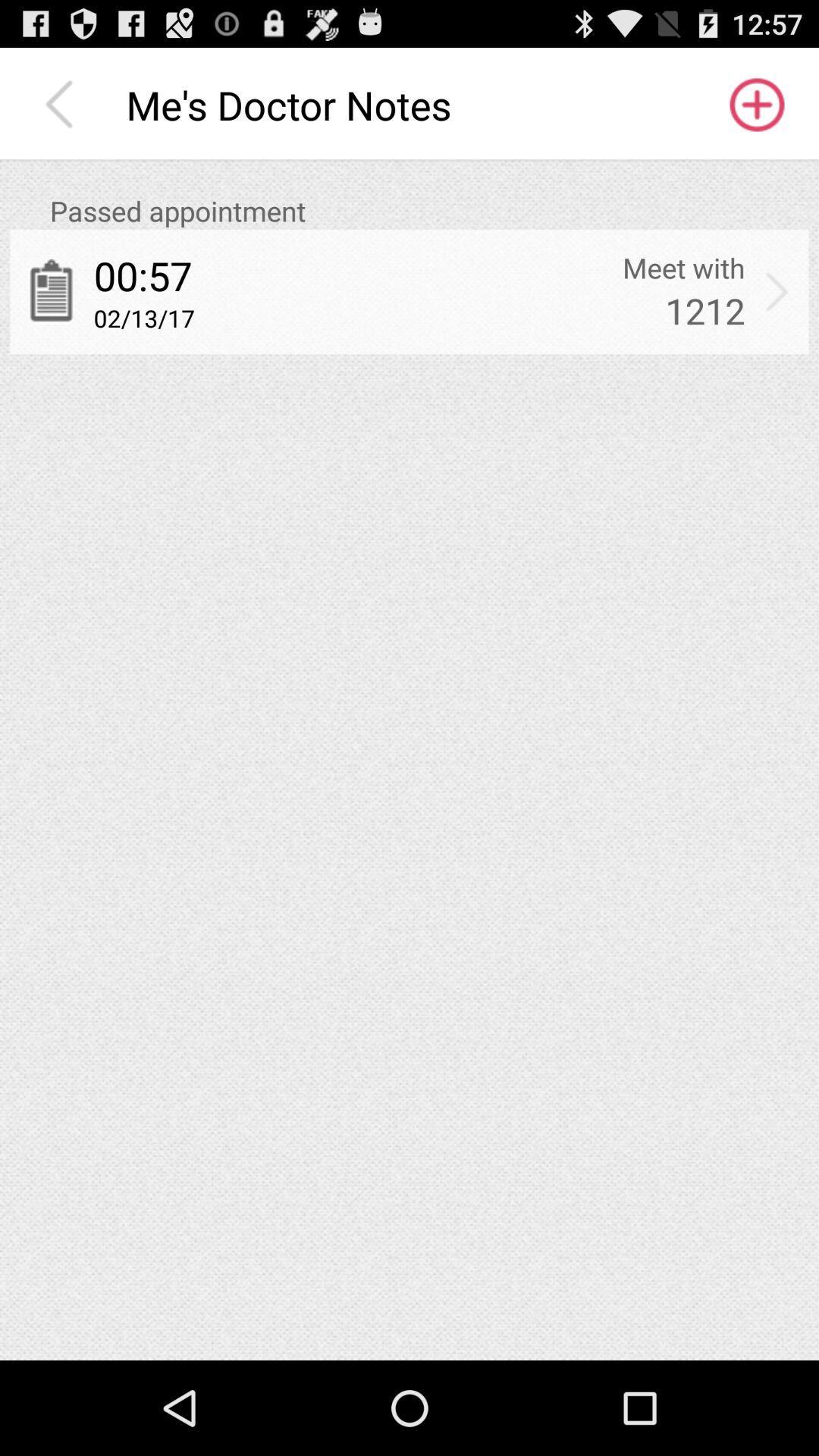 Image resolution: width=819 pixels, height=1456 pixels. I want to click on icon to the right of 00:57 item, so click(683, 268).